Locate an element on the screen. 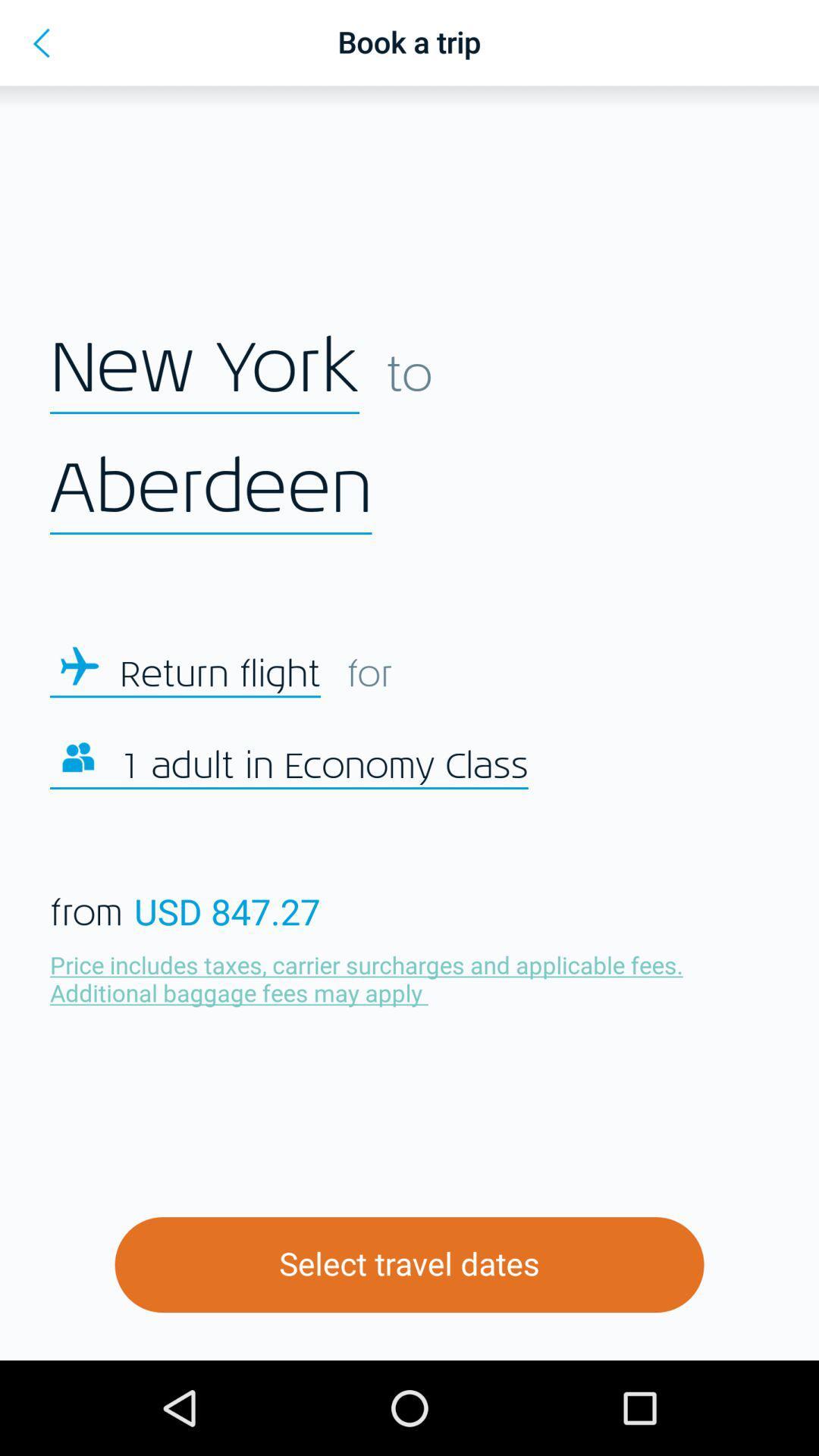 The image size is (819, 1456). icon above select travel dates is located at coordinates (370, 978).